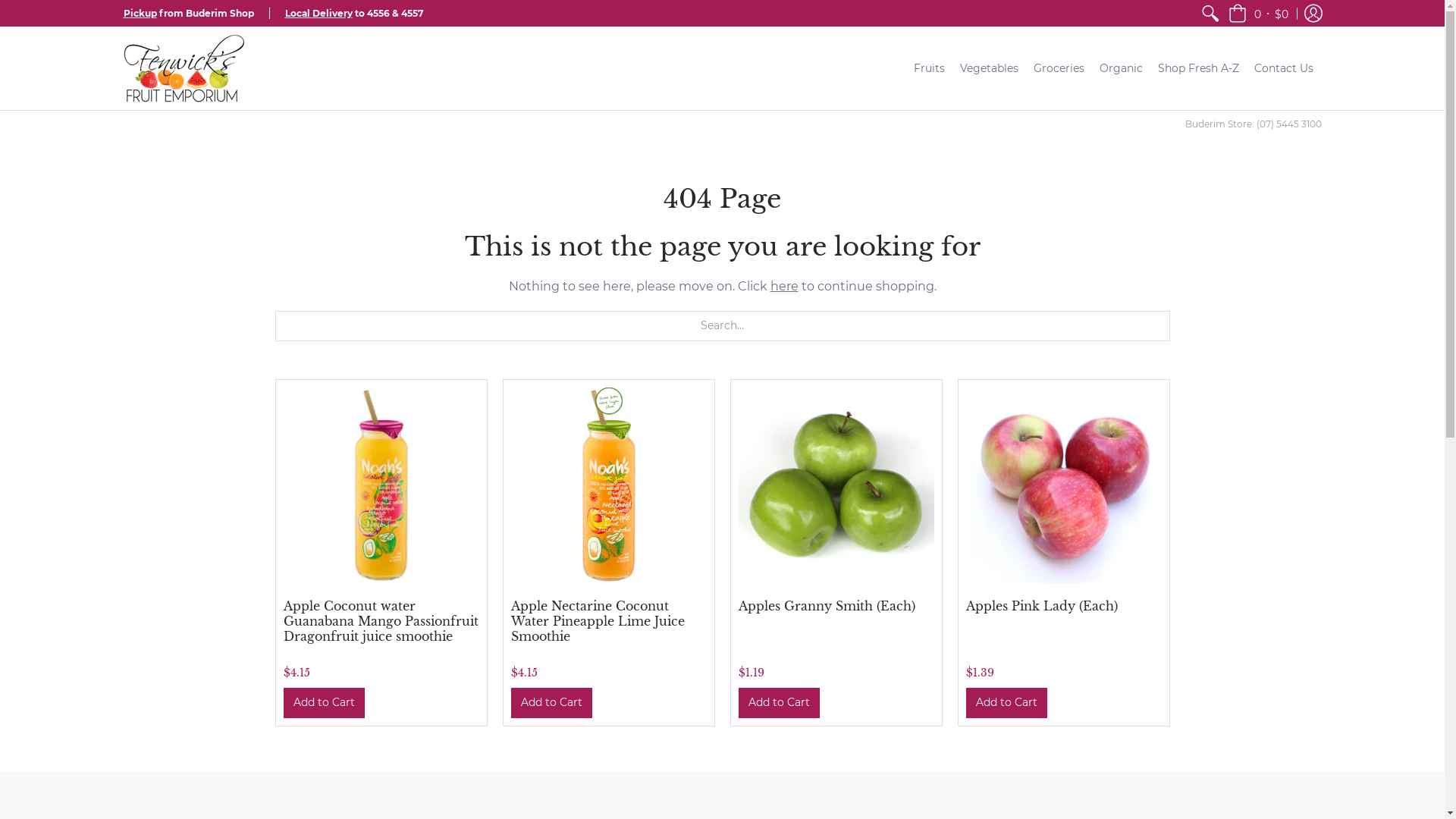  What do you see at coordinates (123, 13) in the screenshot?
I see `'Pickup'` at bounding box center [123, 13].